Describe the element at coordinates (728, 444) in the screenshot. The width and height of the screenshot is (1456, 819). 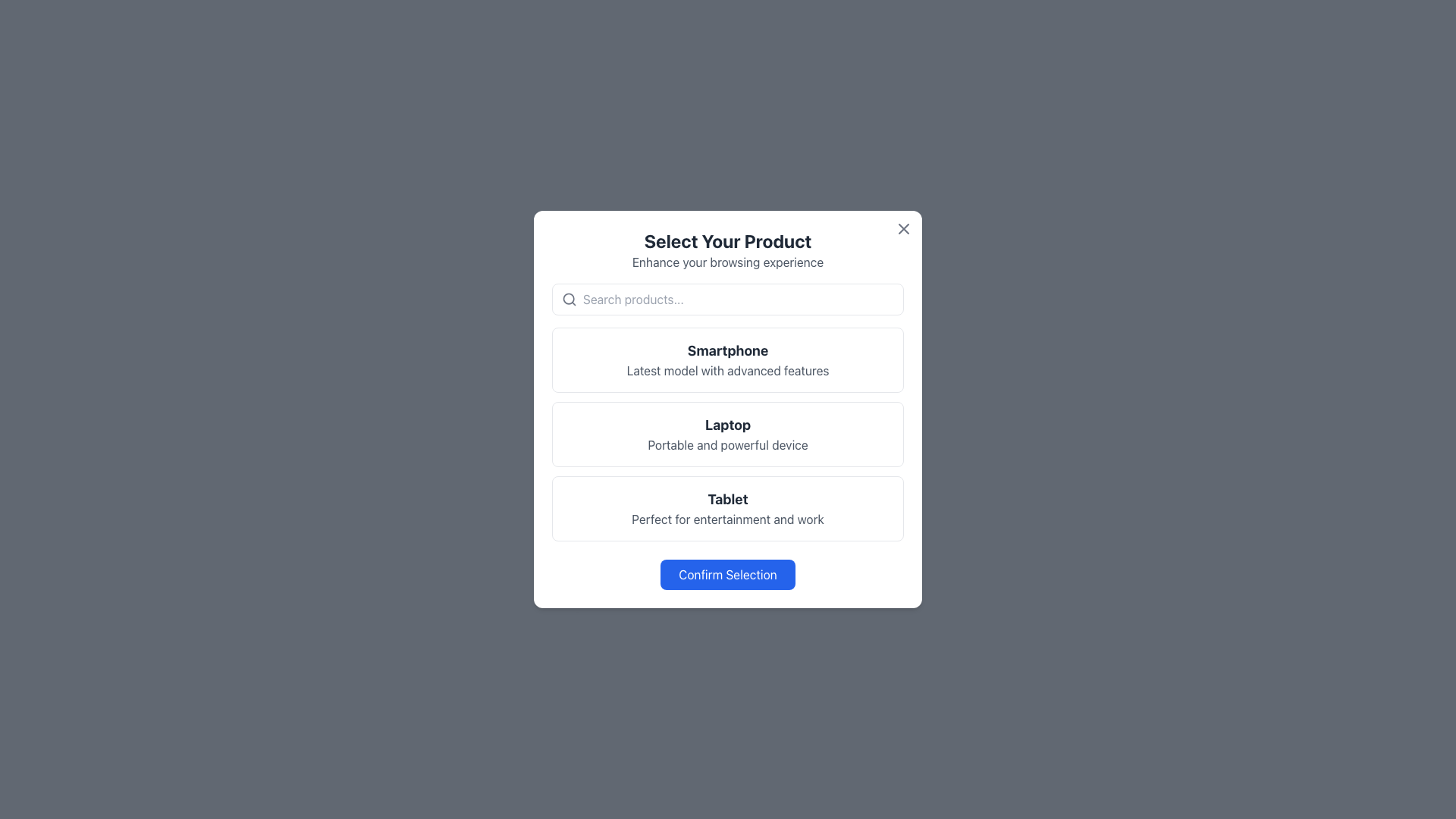
I see `the descriptive subtitle text label located beneath the bold title 'Laptop' in the modal dialog` at that location.